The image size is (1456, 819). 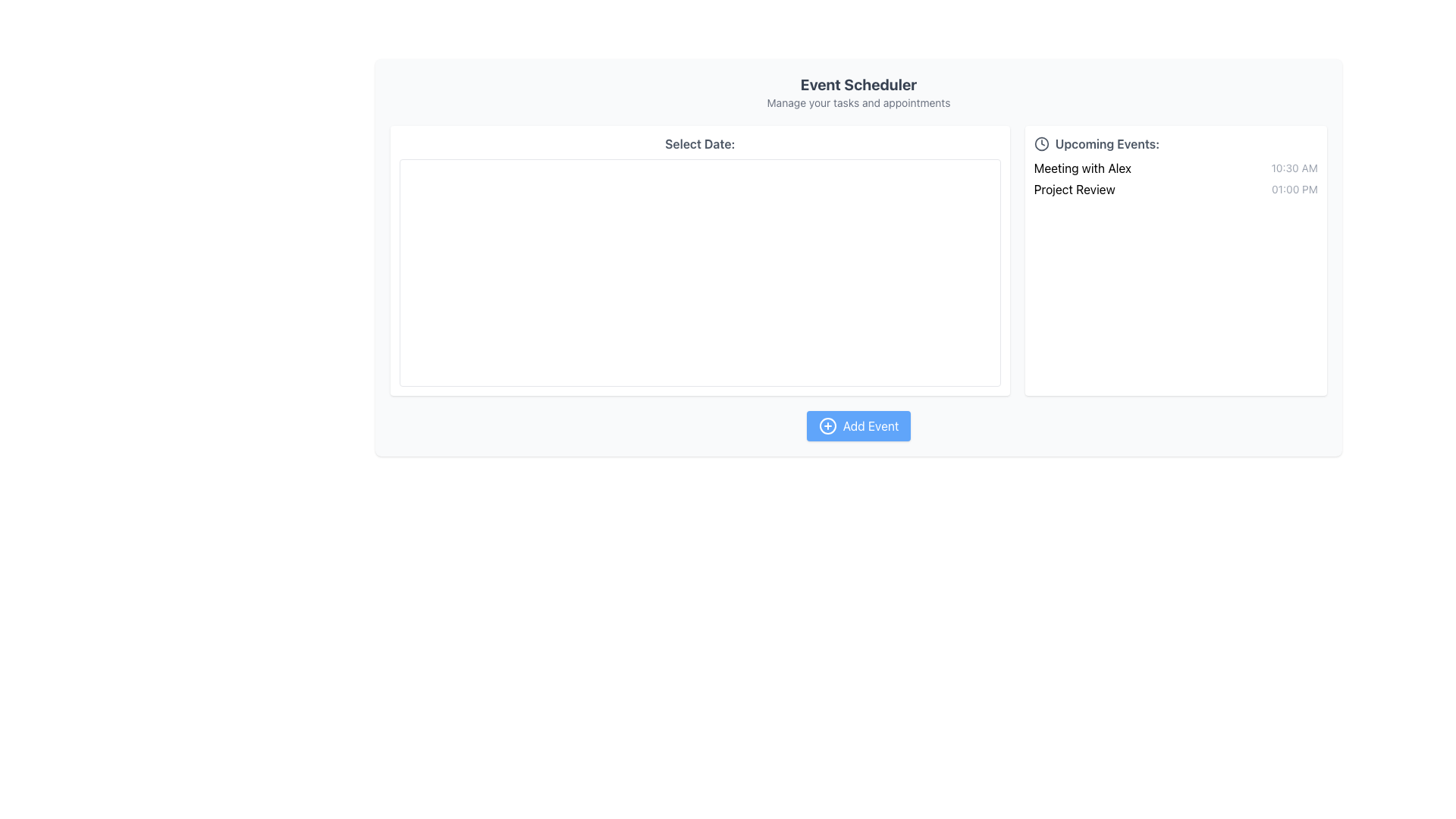 I want to click on the text block titled 'Event Scheduler' with subtitle 'Manage your tasks and appointments', which is styled prominently and located at the top center of the content area, so click(x=858, y=93).